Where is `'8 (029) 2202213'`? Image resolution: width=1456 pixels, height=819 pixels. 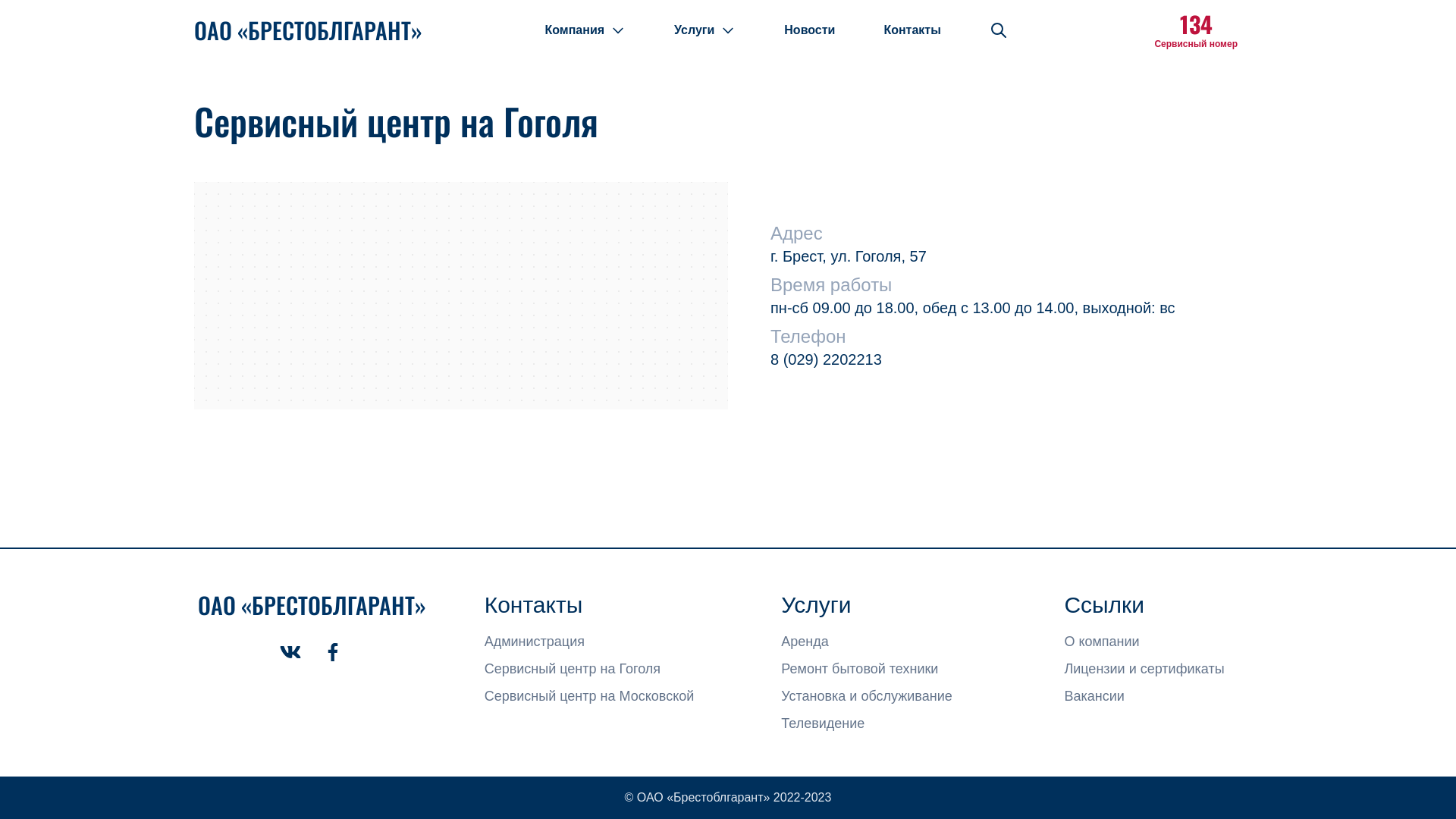
'8 (029) 2202213' is located at coordinates (825, 359).